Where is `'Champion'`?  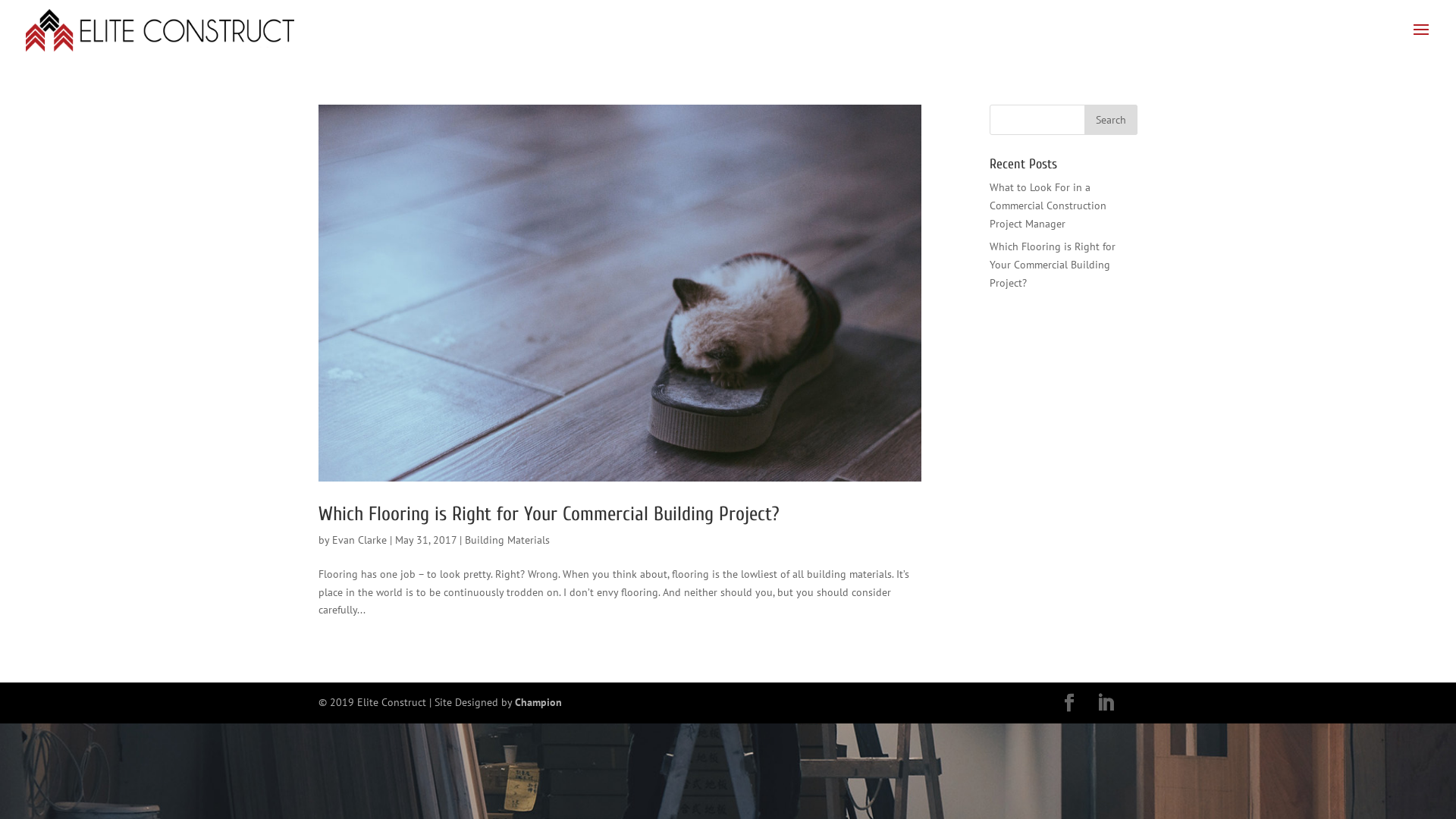
'Champion' is located at coordinates (538, 701).